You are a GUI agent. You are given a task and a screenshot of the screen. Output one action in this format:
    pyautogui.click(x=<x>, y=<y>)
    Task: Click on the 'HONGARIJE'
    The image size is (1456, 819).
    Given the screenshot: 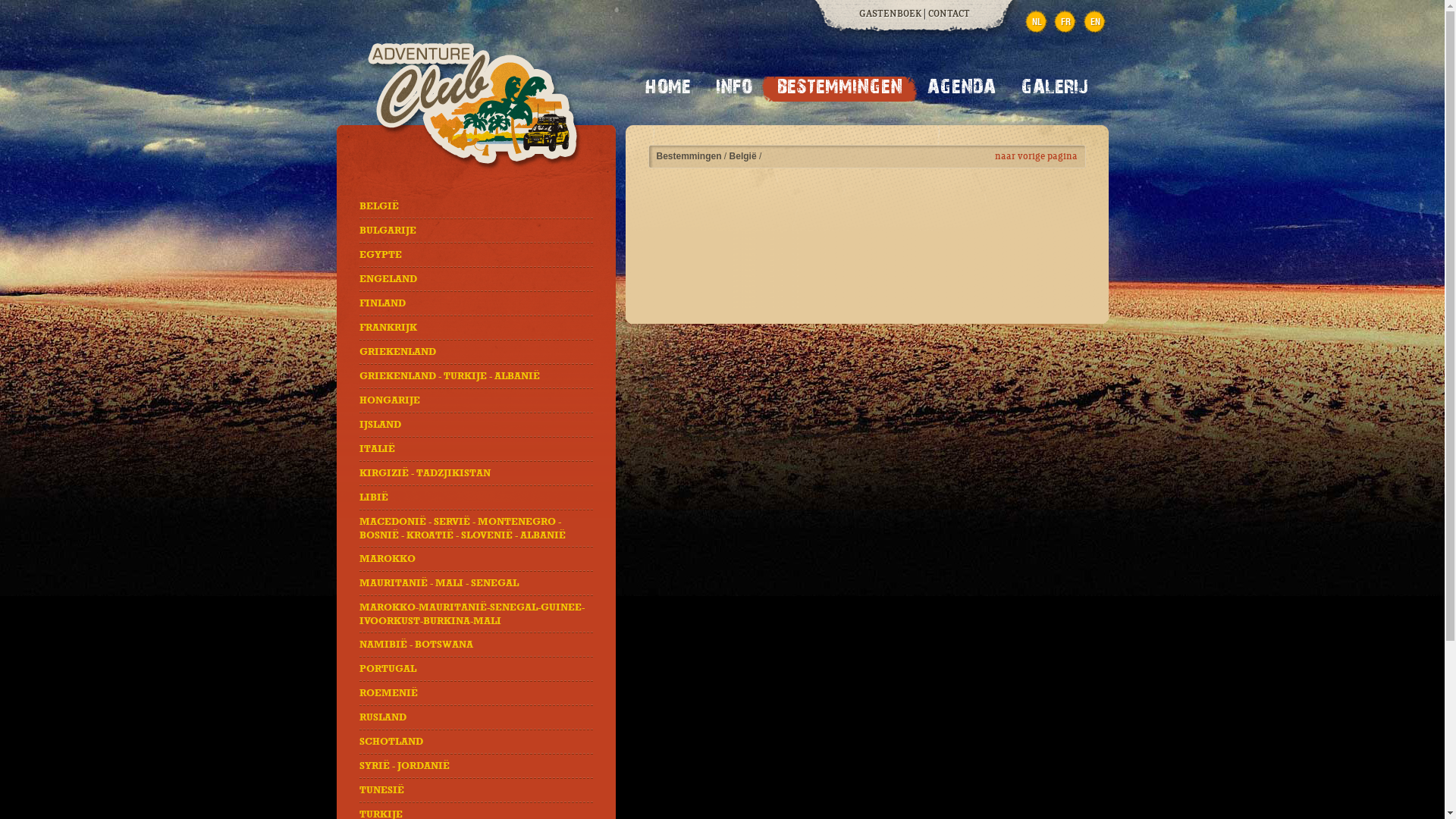 What is the action you would take?
    pyautogui.click(x=389, y=400)
    